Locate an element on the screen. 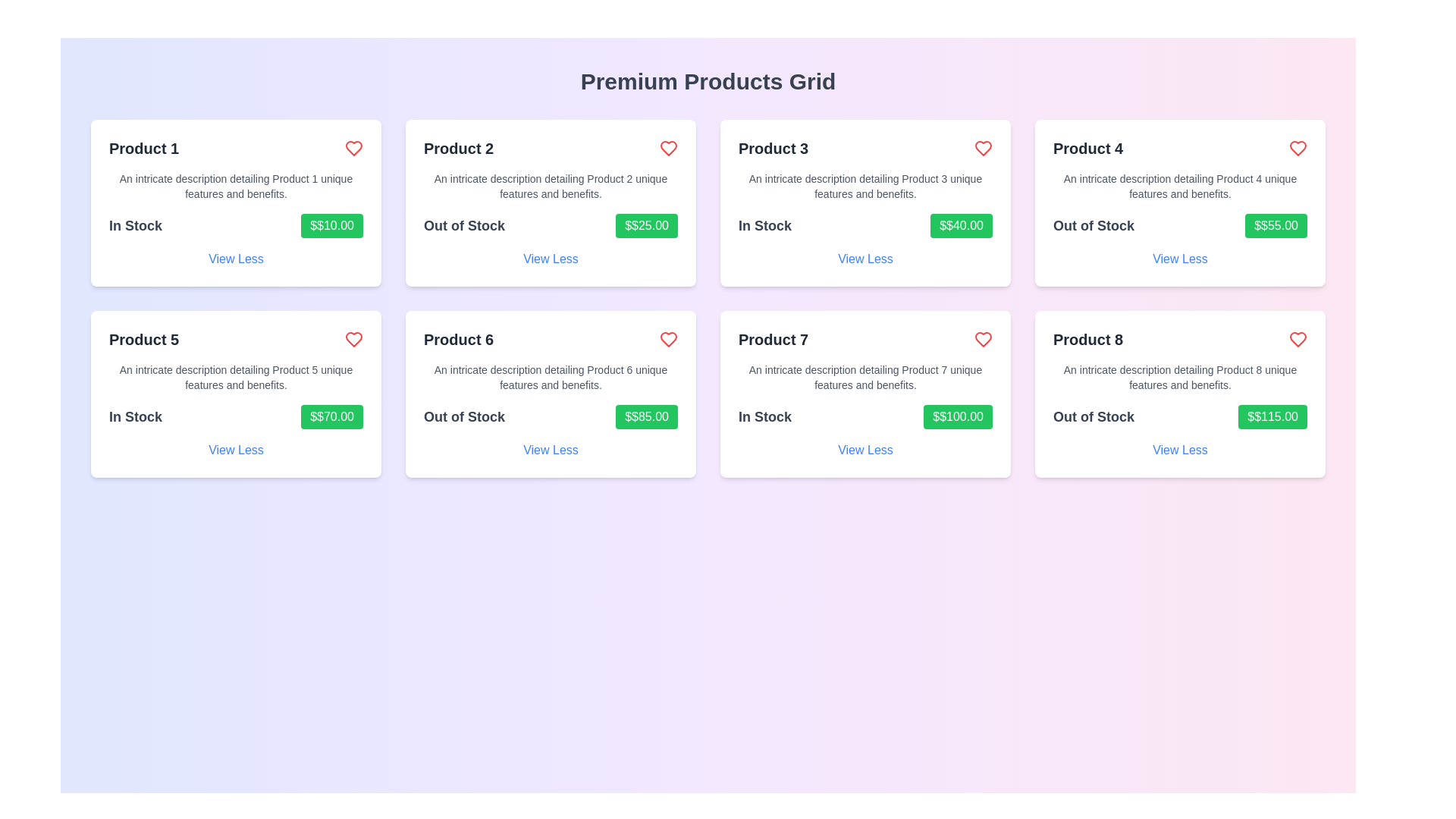 This screenshot has width=1456, height=819. the second heart icon at the top right corner of the 'Product 2' card is located at coordinates (1298, 338).